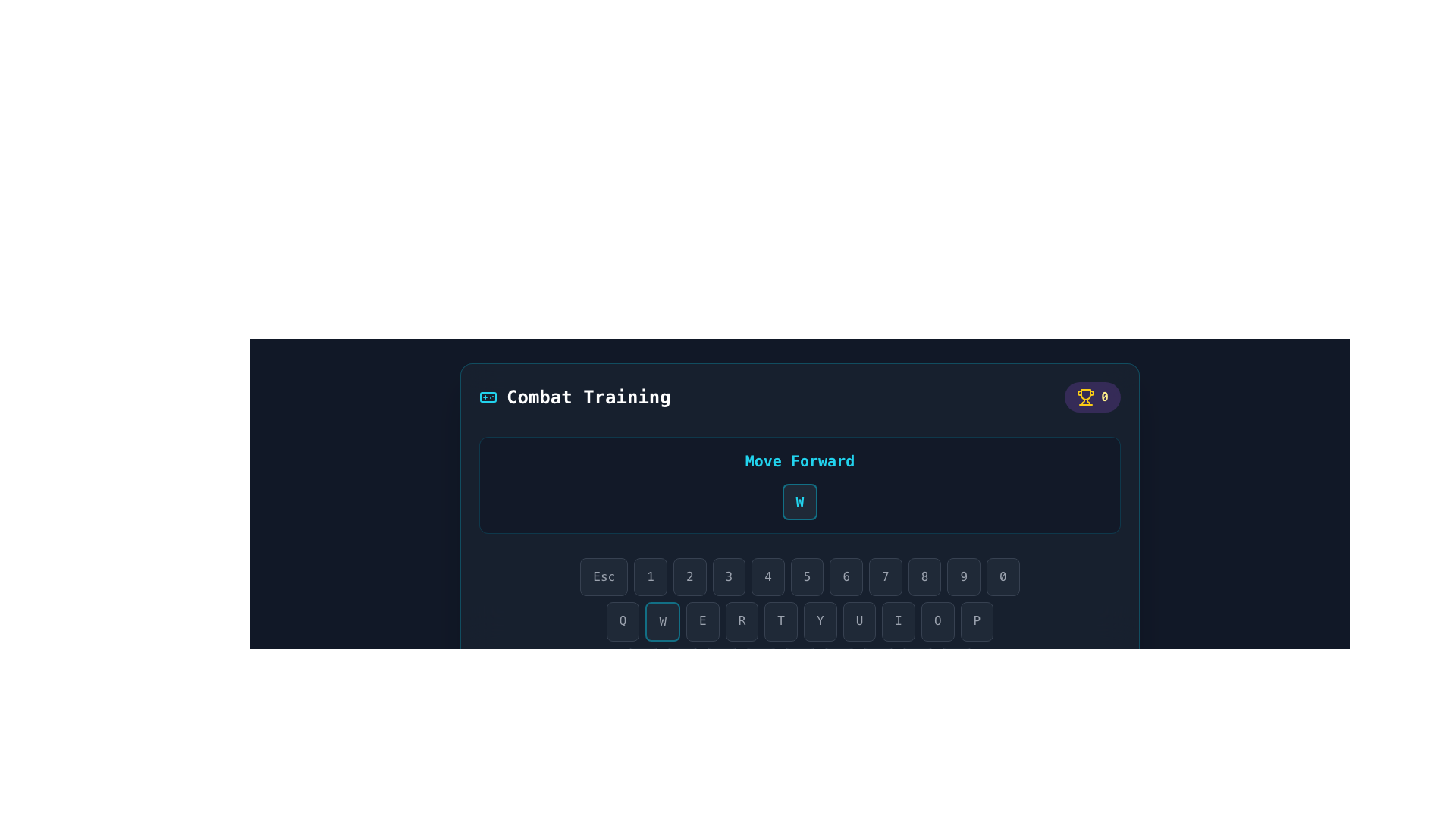 This screenshot has height=819, width=1456. Describe the element at coordinates (663, 622) in the screenshot. I see `the rectangular button labeled 'W' with a dark gray background and cyan blue border, located between the buttons 'Q' and 'E'` at that location.